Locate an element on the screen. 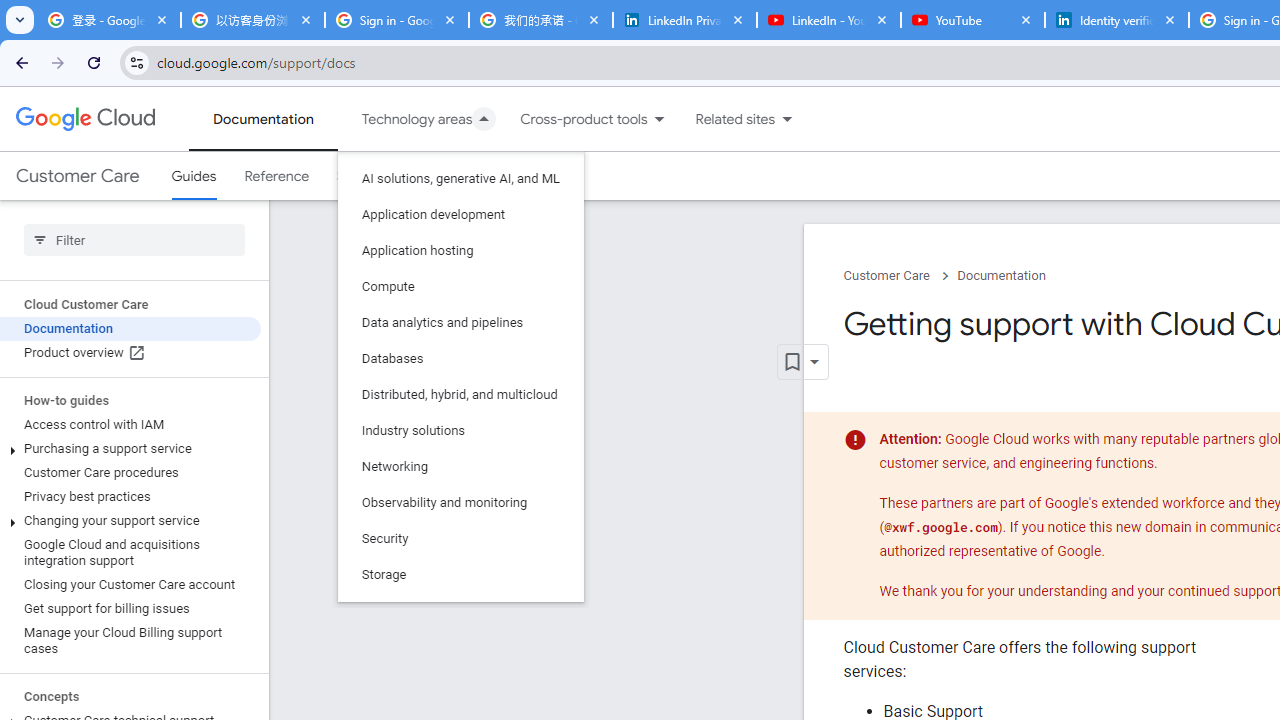  'Type to filter' is located at coordinates (133, 239).